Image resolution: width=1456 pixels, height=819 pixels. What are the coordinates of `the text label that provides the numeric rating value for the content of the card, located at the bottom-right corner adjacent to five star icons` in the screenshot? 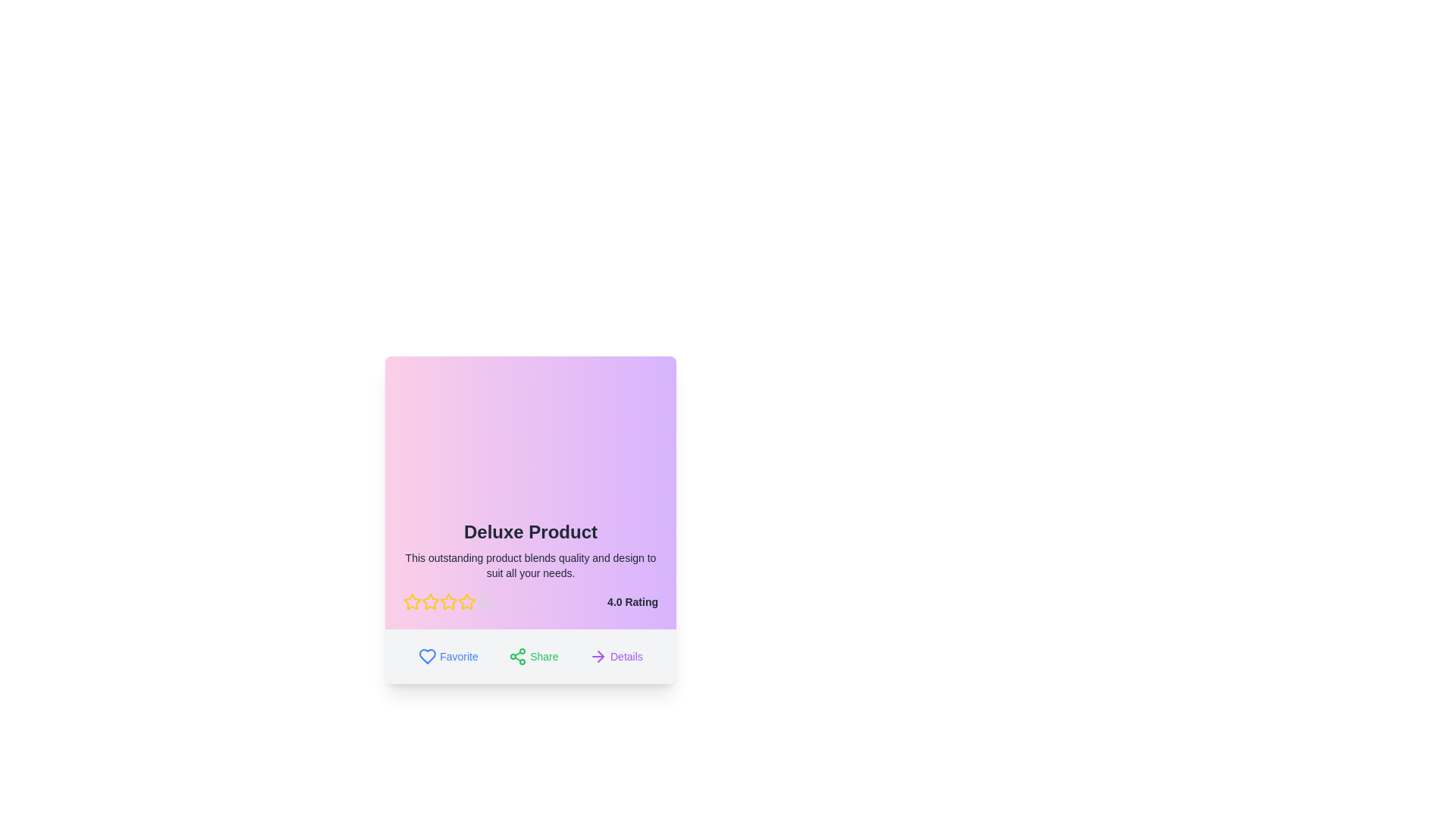 It's located at (632, 601).